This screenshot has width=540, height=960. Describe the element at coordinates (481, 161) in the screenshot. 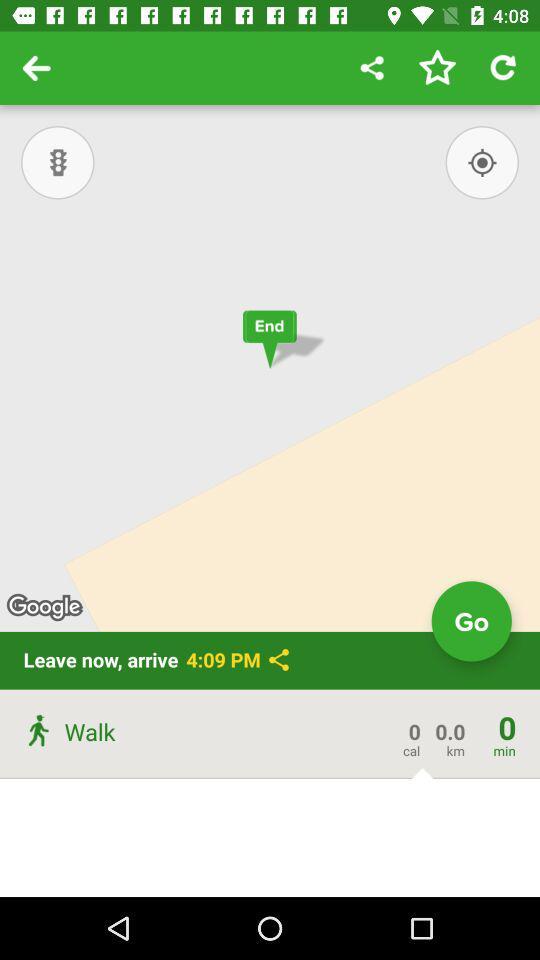

I see `the location_crosshair icon` at that location.